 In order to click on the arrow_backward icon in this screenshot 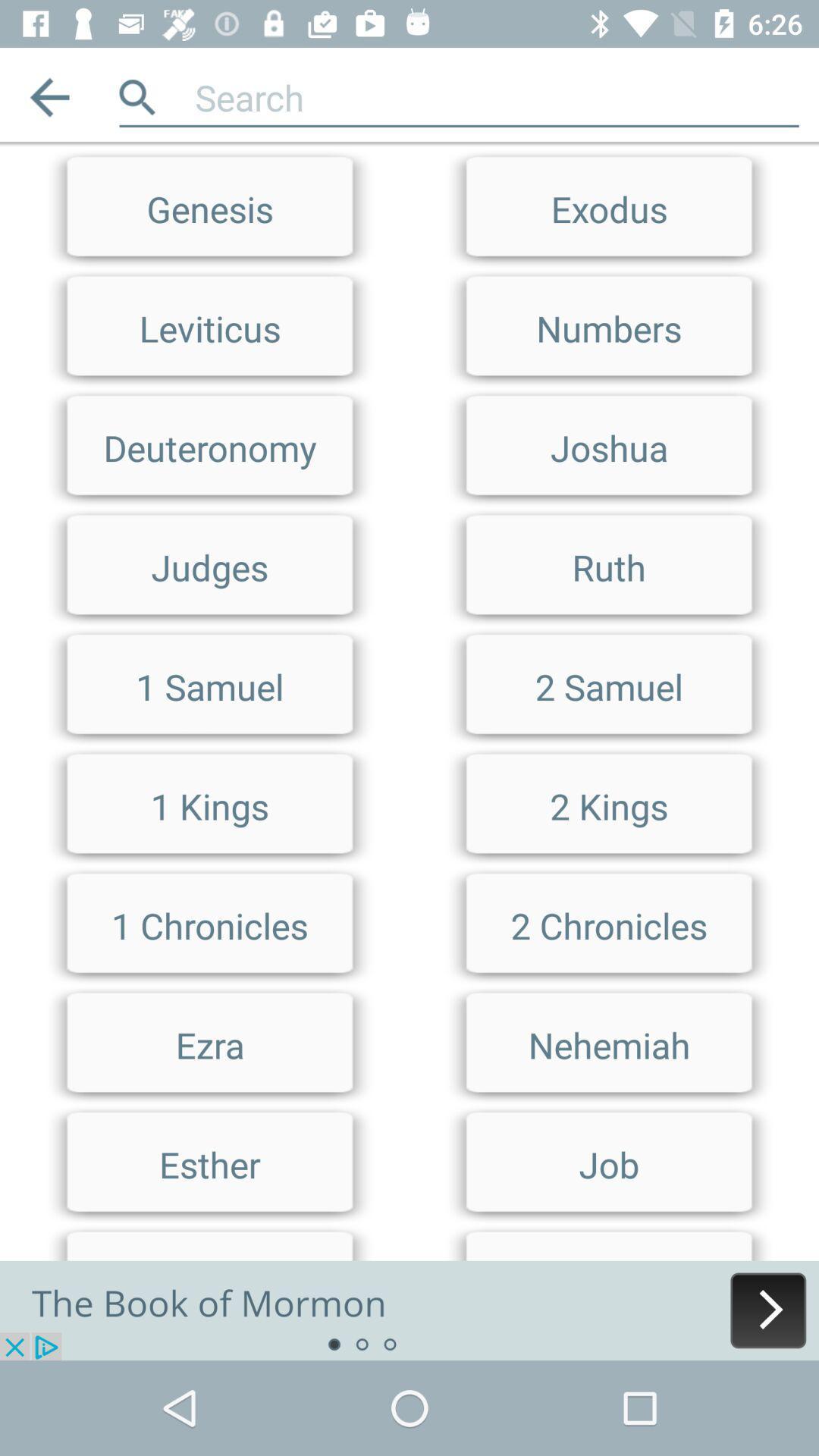, I will do `click(49, 96)`.